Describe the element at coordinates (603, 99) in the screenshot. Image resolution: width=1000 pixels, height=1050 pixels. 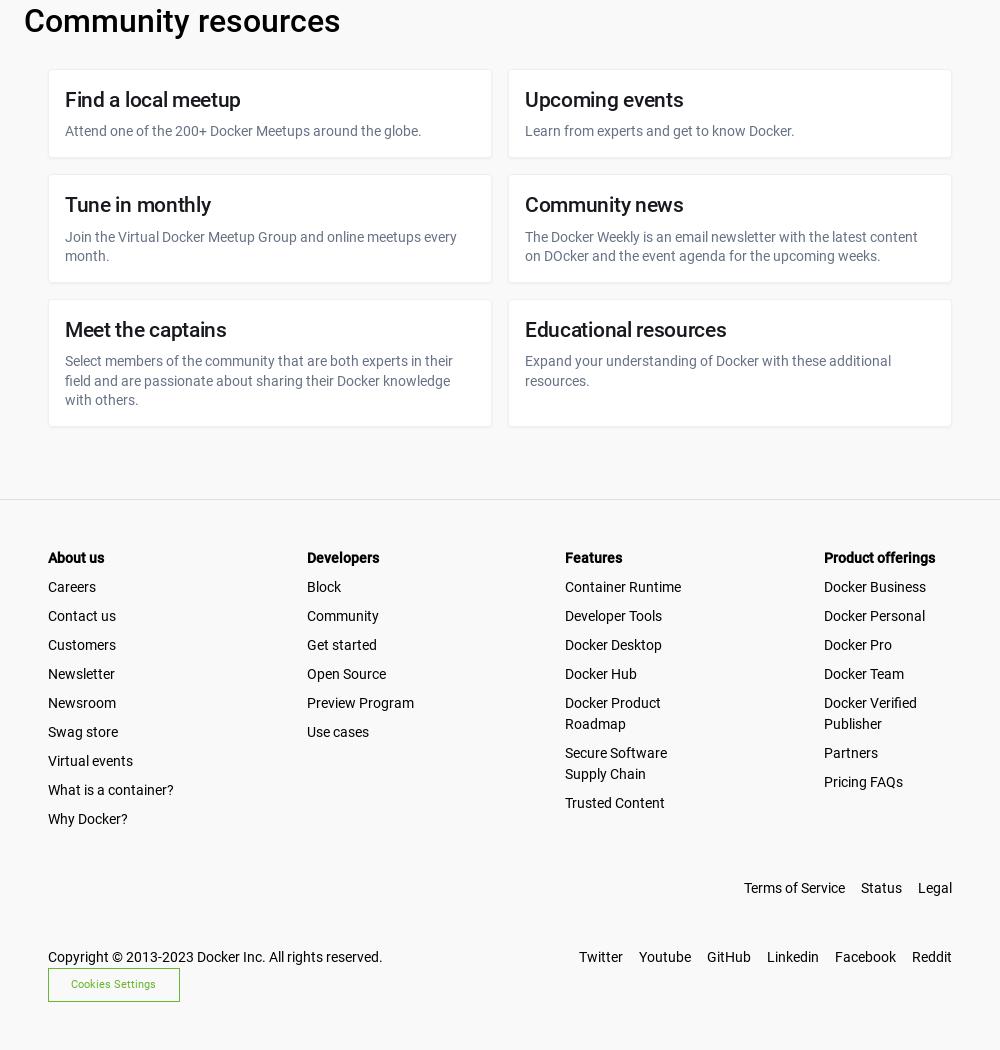
I see `'Upcoming events'` at that location.